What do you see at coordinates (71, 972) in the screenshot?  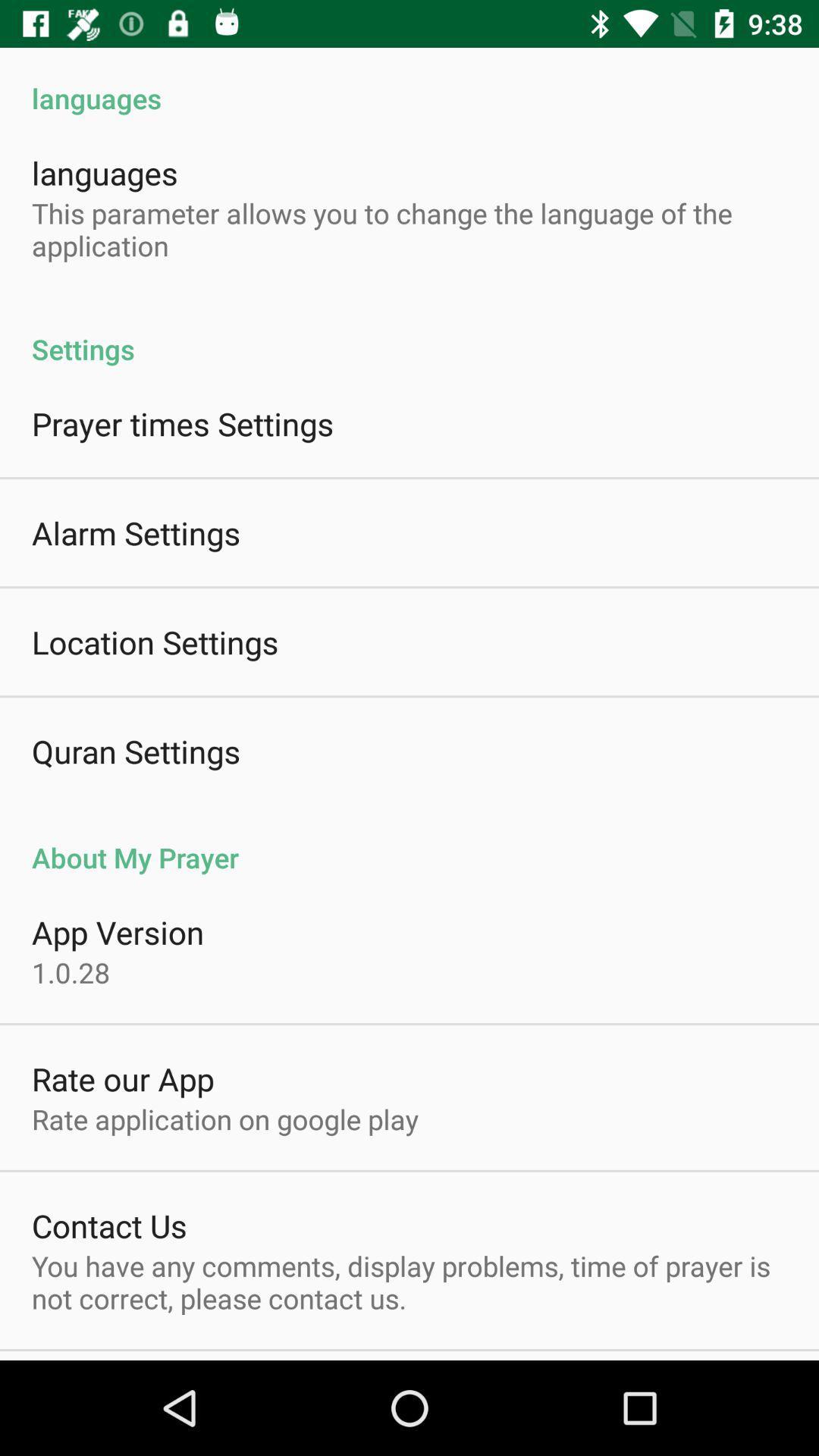 I see `1.0.28 app` at bounding box center [71, 972].